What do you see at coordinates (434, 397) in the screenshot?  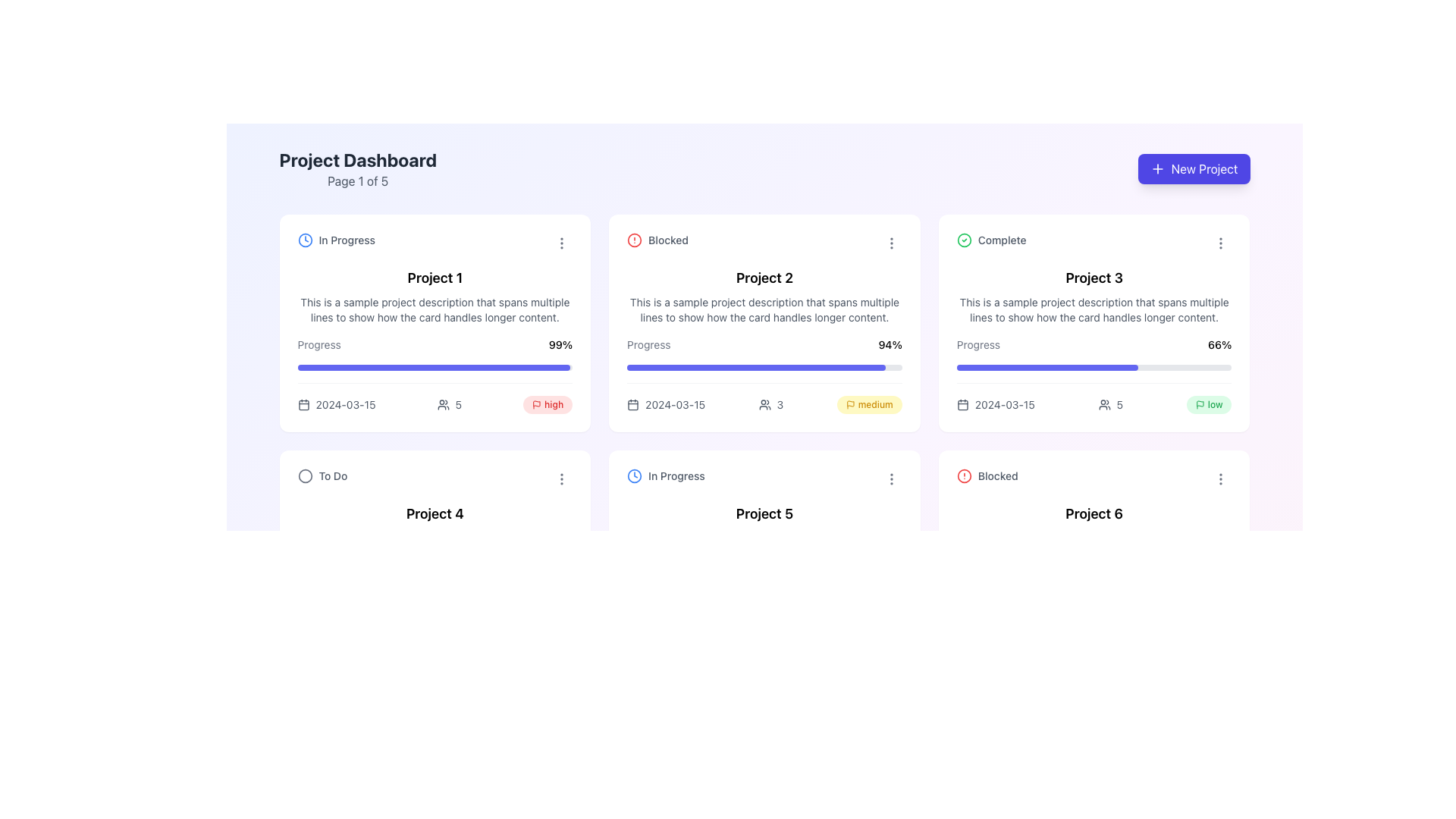 I see `the text '5' with the accompanying group icon, which is the second item within a sequence of three elements at the bottom of the 'Project 1' card` at bounding box center [434, 397].